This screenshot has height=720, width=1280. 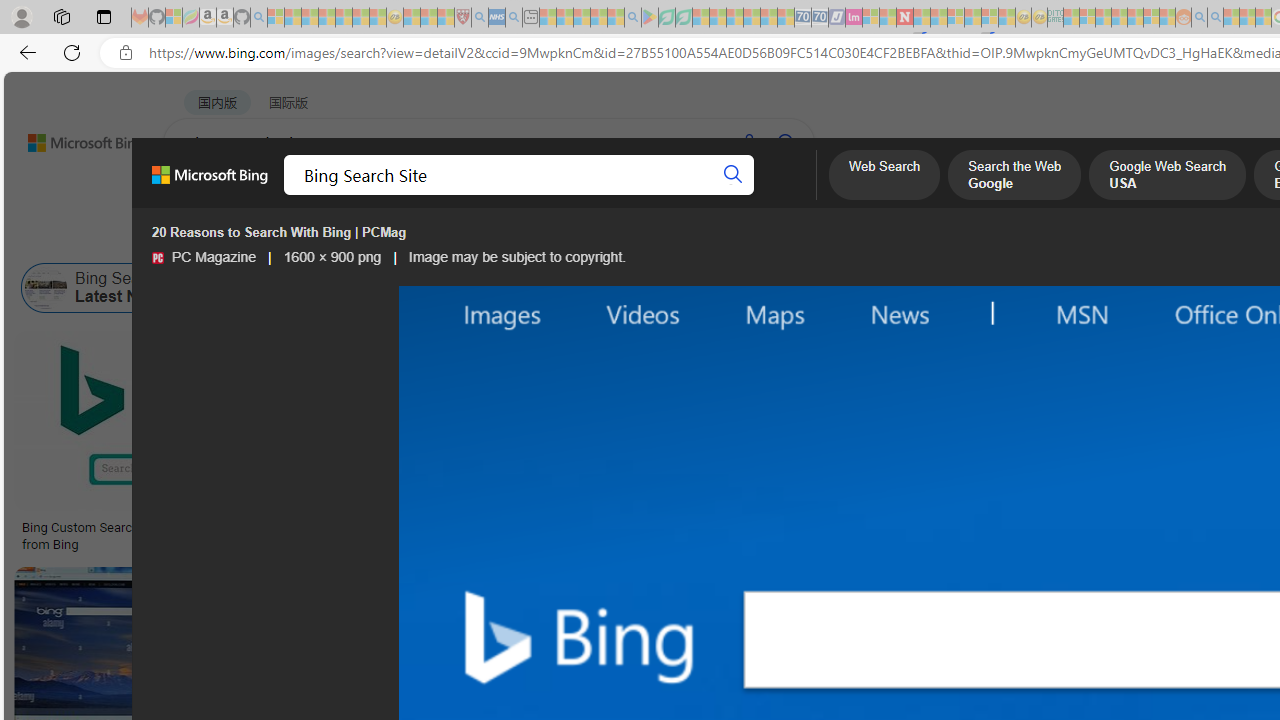 I want to click on 'Bing Search Latest News', so click(x=104, y=288).